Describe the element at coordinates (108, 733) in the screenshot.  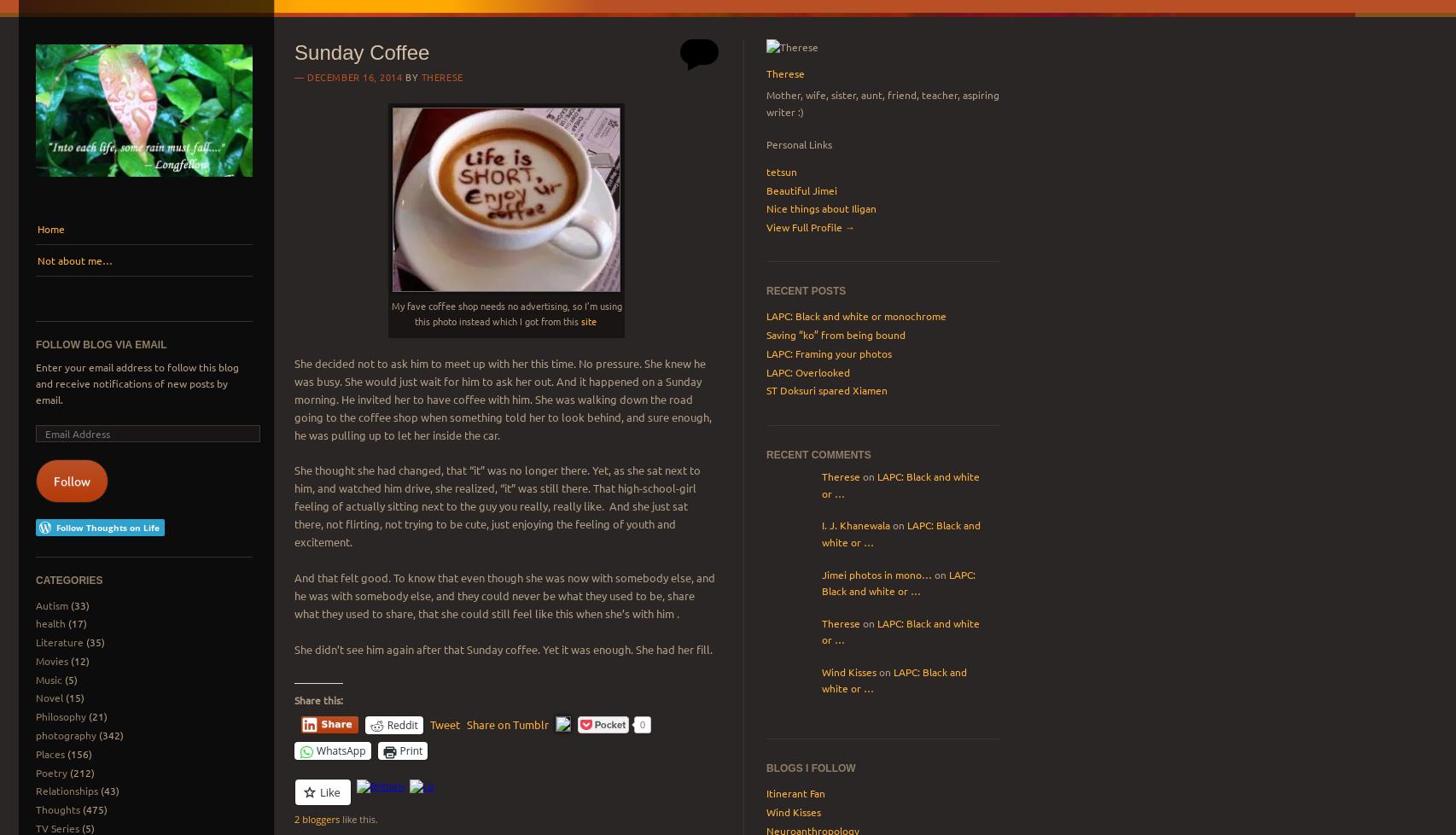
I see `'(342)'` at that location.